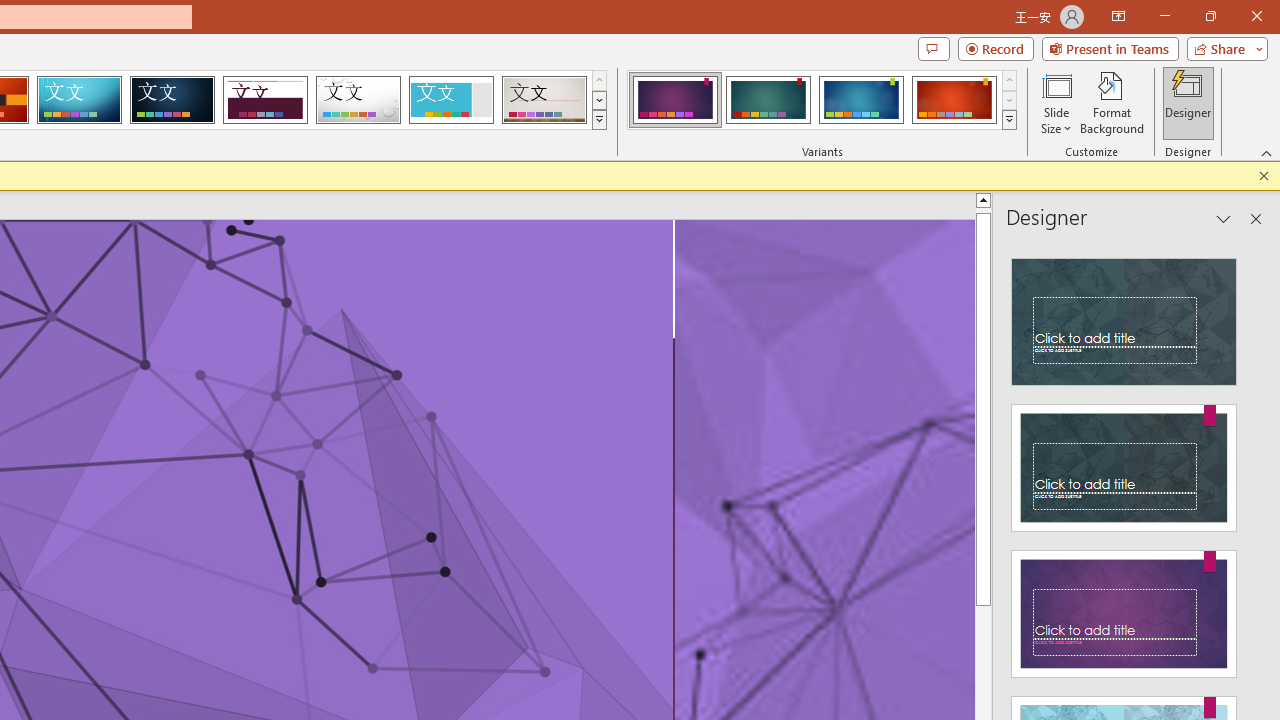 Image resolution: width=1280 pixels, height=720 pixels. I want to click on 'Close this message', so click(1263, 175).